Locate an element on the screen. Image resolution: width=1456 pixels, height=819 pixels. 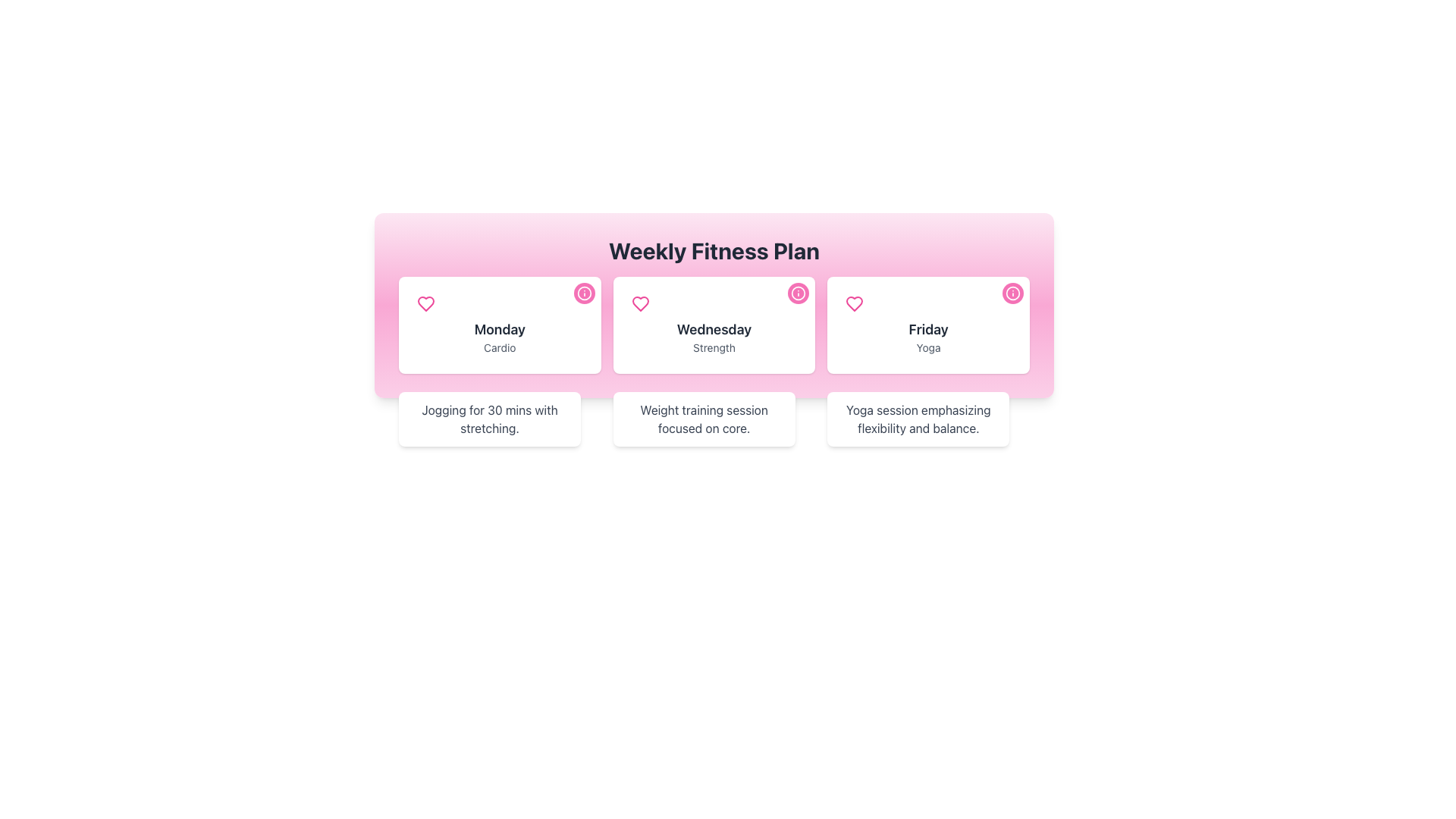
the text box displaying 'Yoga session emphasizing flexibility and balance.' positioned below the 'Friday' card in the 'Weekly Fitness Plan' layout is located at coordinates (918, 419).